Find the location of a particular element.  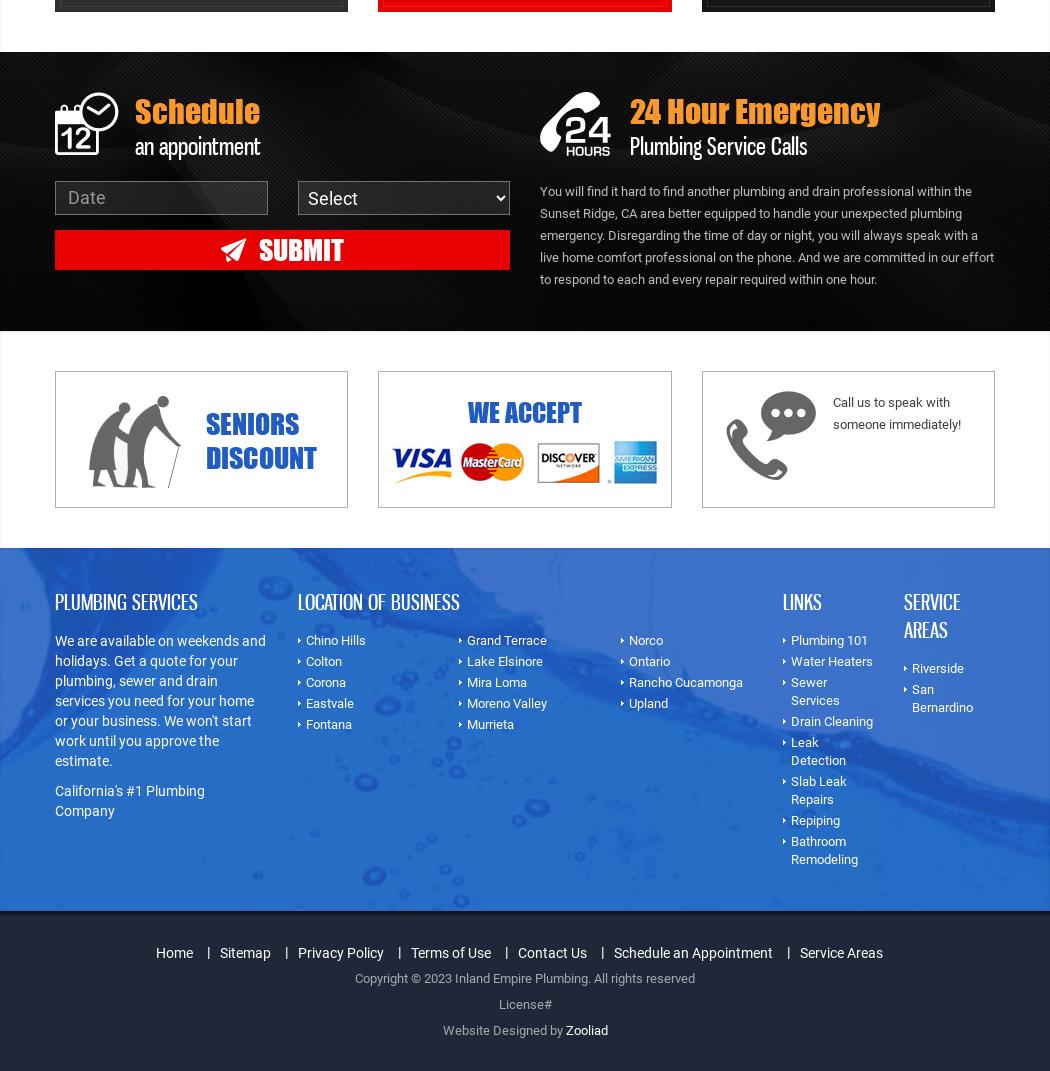

'Rancho Cucamonga' is located at coordinates (685, 680).